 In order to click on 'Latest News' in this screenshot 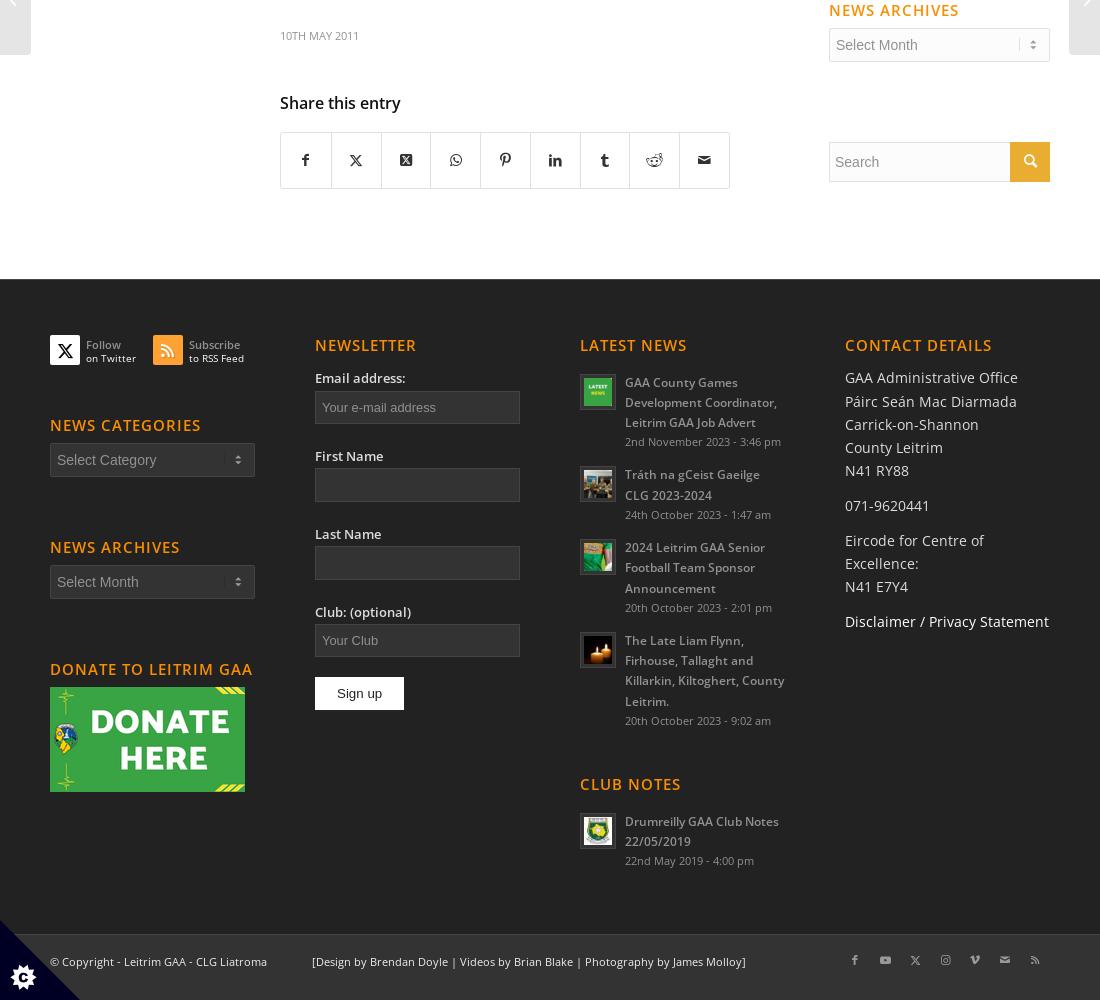, I will do `click(579, 343)`.